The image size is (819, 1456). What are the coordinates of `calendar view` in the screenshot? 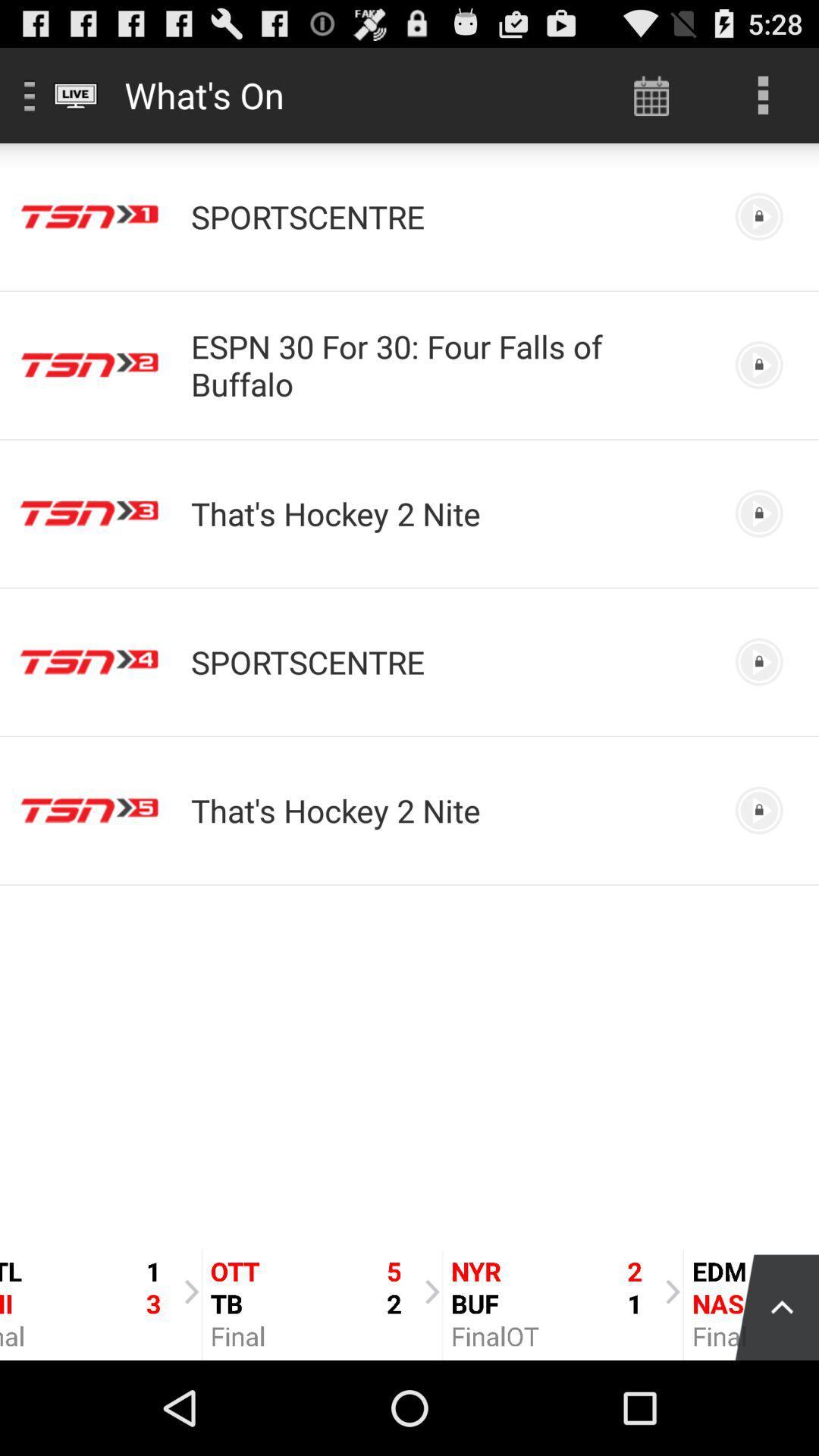 It's located at (651, 94).